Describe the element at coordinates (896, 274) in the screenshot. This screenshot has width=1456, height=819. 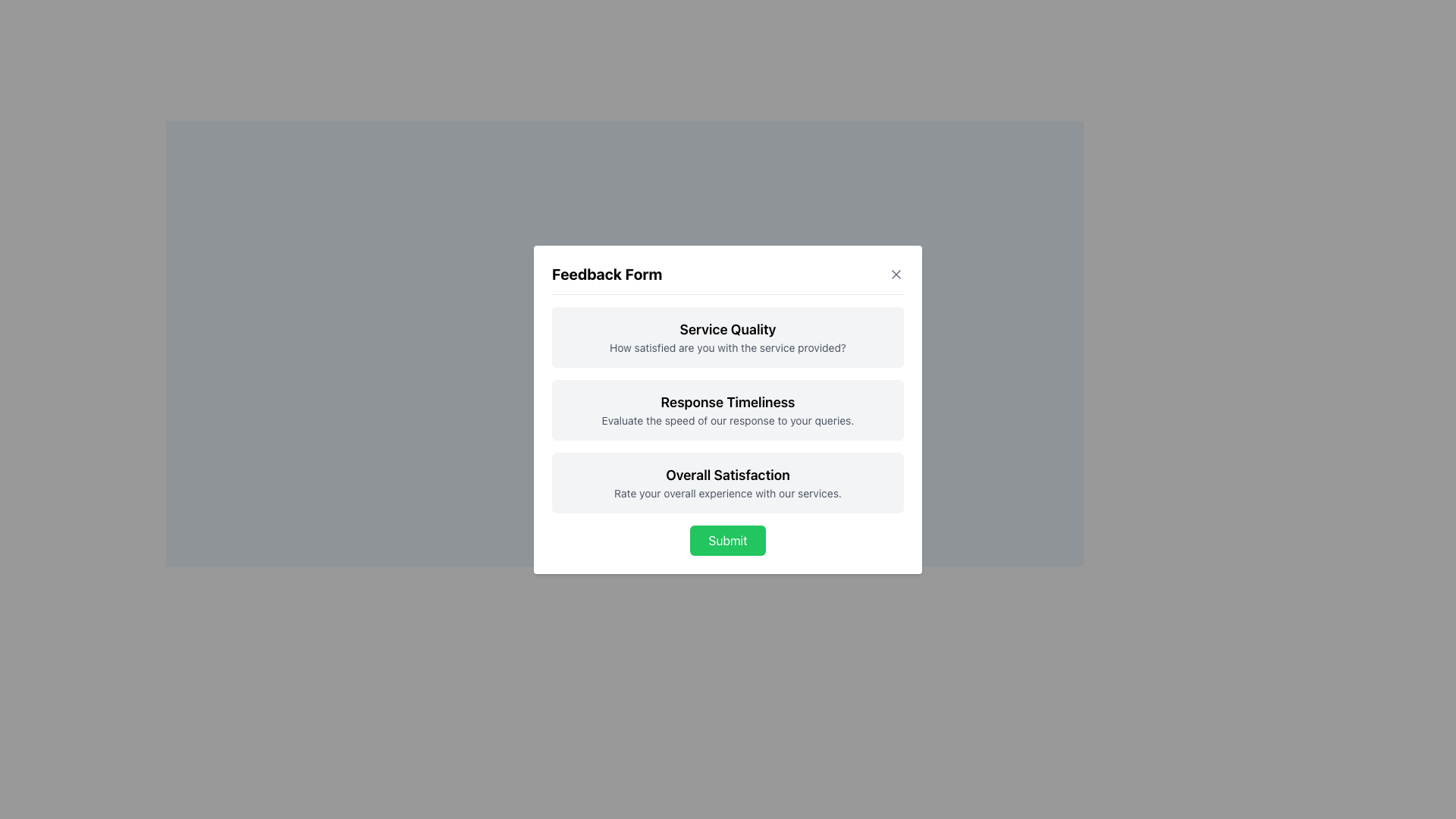
I see `the small square 'X' button in the top-right corner of the 'Feedback Form' modal` at that location.